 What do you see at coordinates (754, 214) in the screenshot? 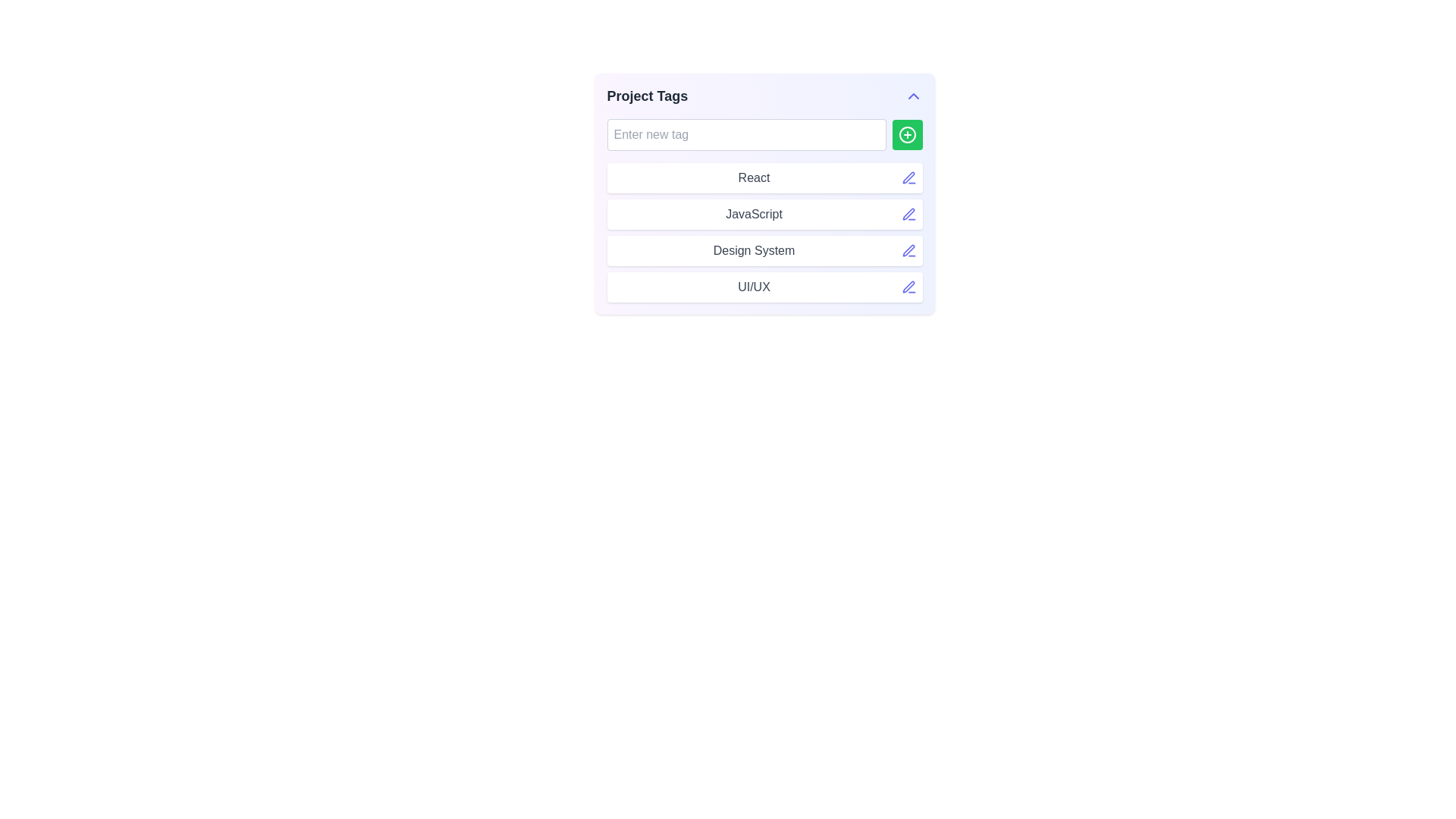
I see `the 'JavaScript' text label, which is prominently displayed in the second entry of the 'Project Tags' section, directly to the left of an edit icon` at bounding box center [754, 214].